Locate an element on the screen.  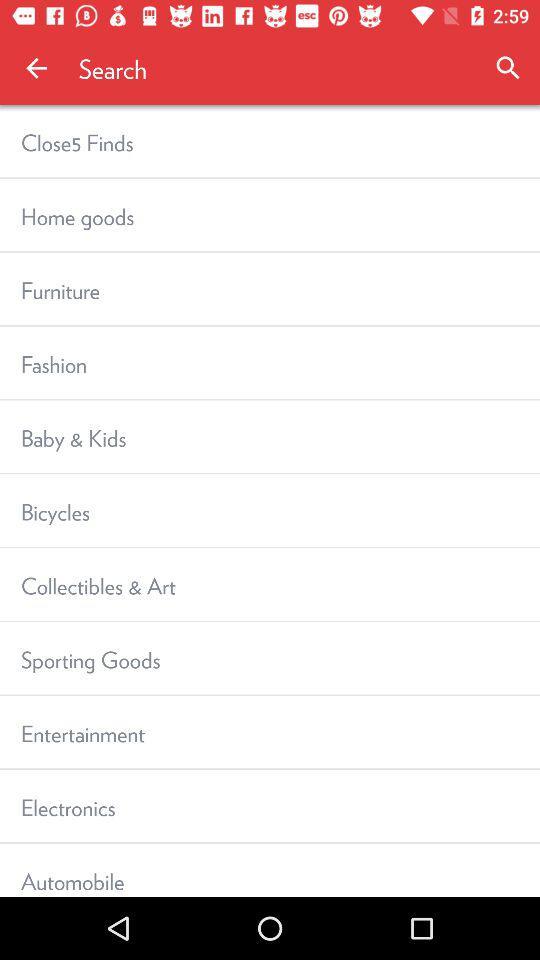
icon next to search item is located at coordinates (36, 68).